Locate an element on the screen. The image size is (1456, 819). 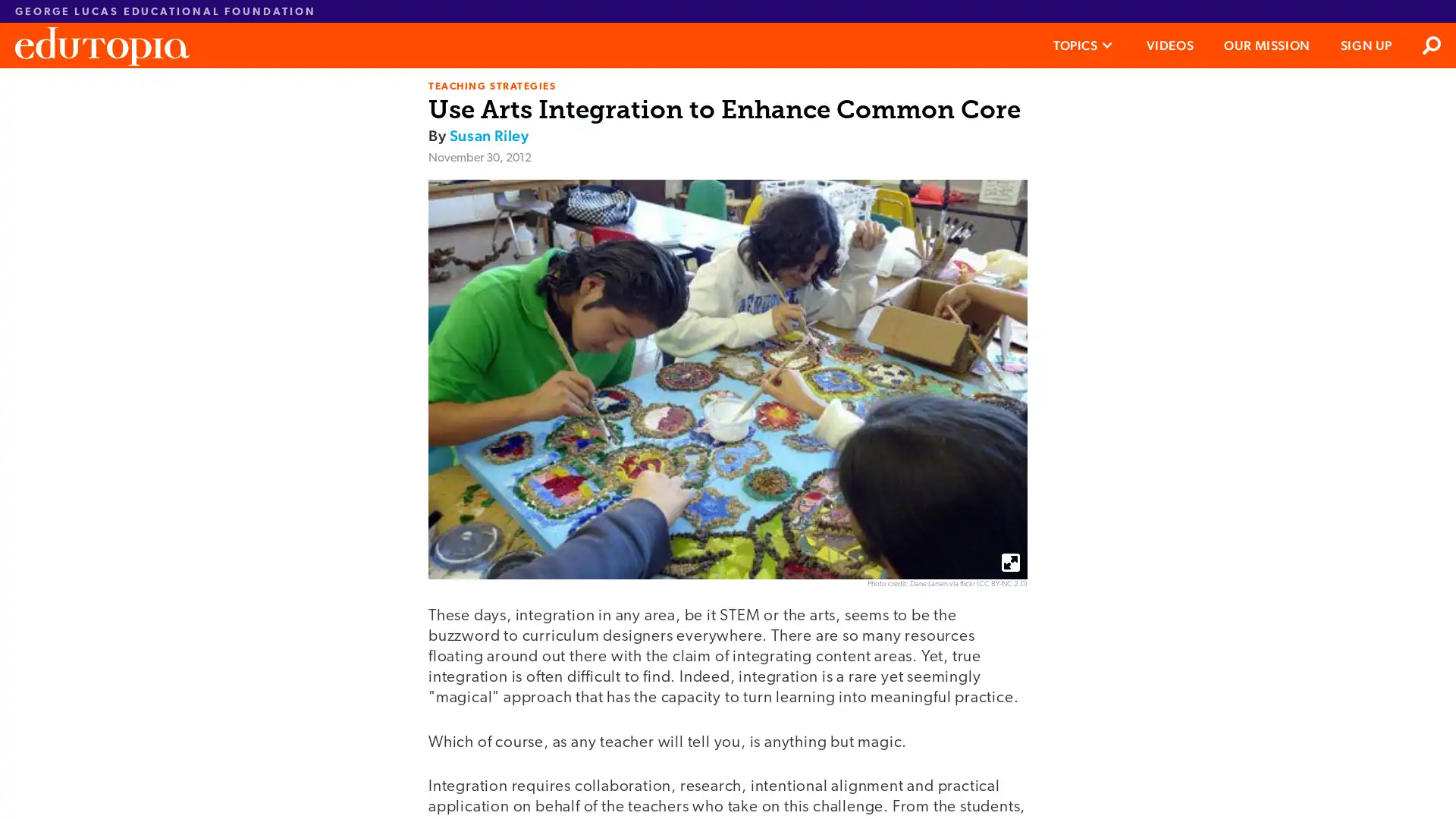
Log in is located at coordinates (715, 455).